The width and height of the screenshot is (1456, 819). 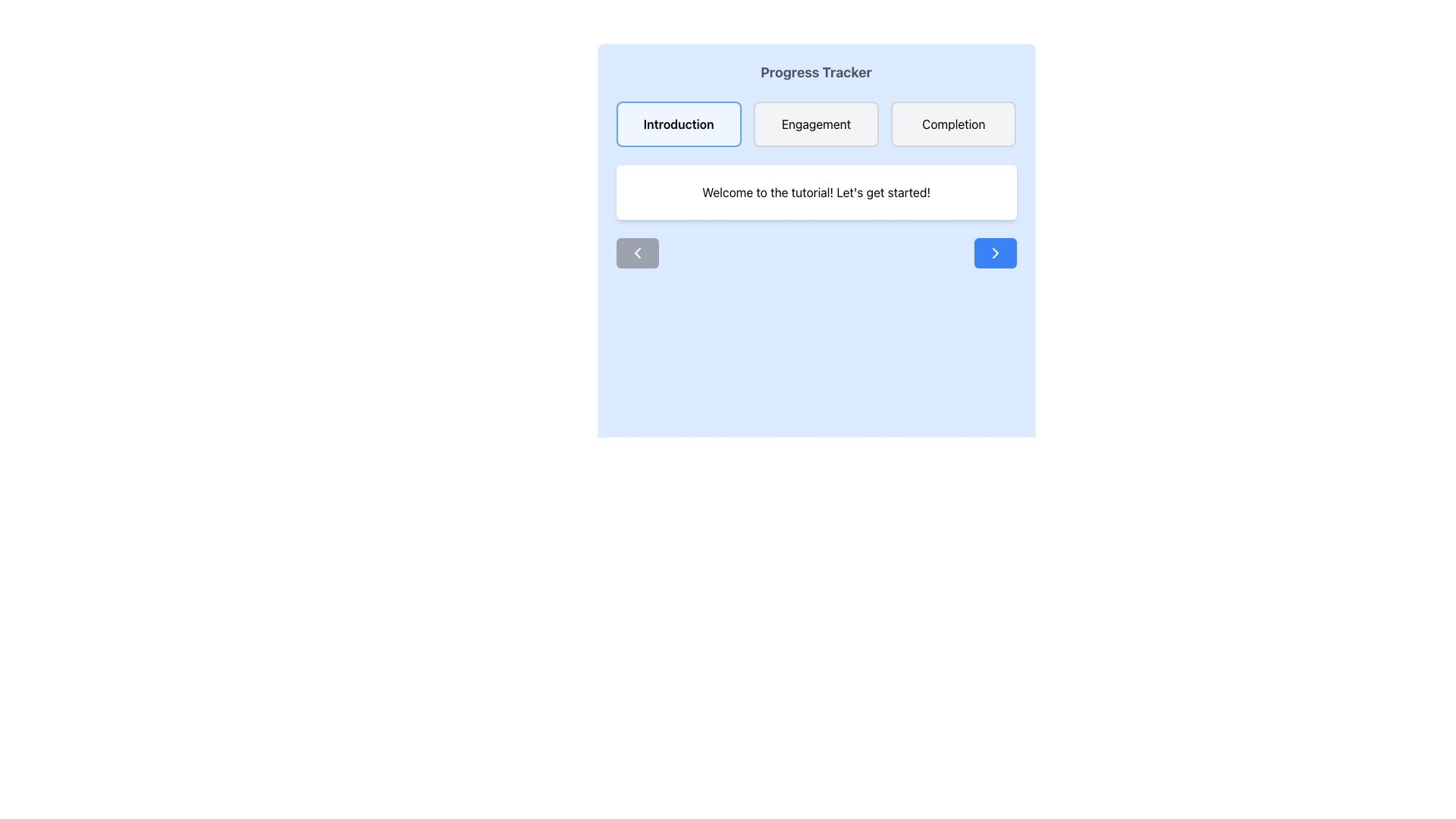 I want to click on the Informational panel that welcomes users to the tutorial, located centrally below the tabs labeled 'Introduction', 'Engagement', and 'Completion', so click(x=815, y=192).